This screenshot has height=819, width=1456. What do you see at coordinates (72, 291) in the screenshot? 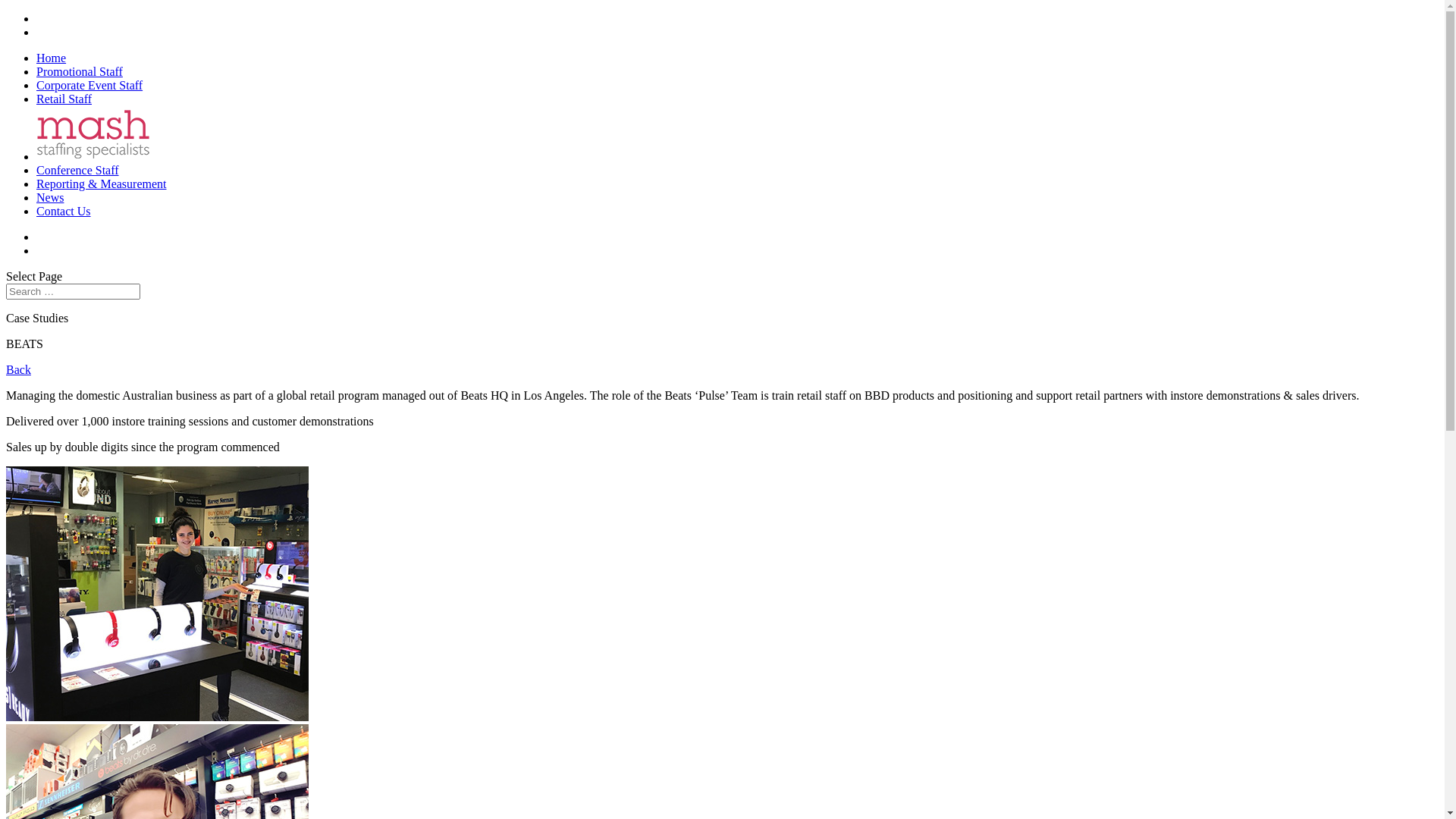
I see `'Search for:'` at bounding box center [72, 291].